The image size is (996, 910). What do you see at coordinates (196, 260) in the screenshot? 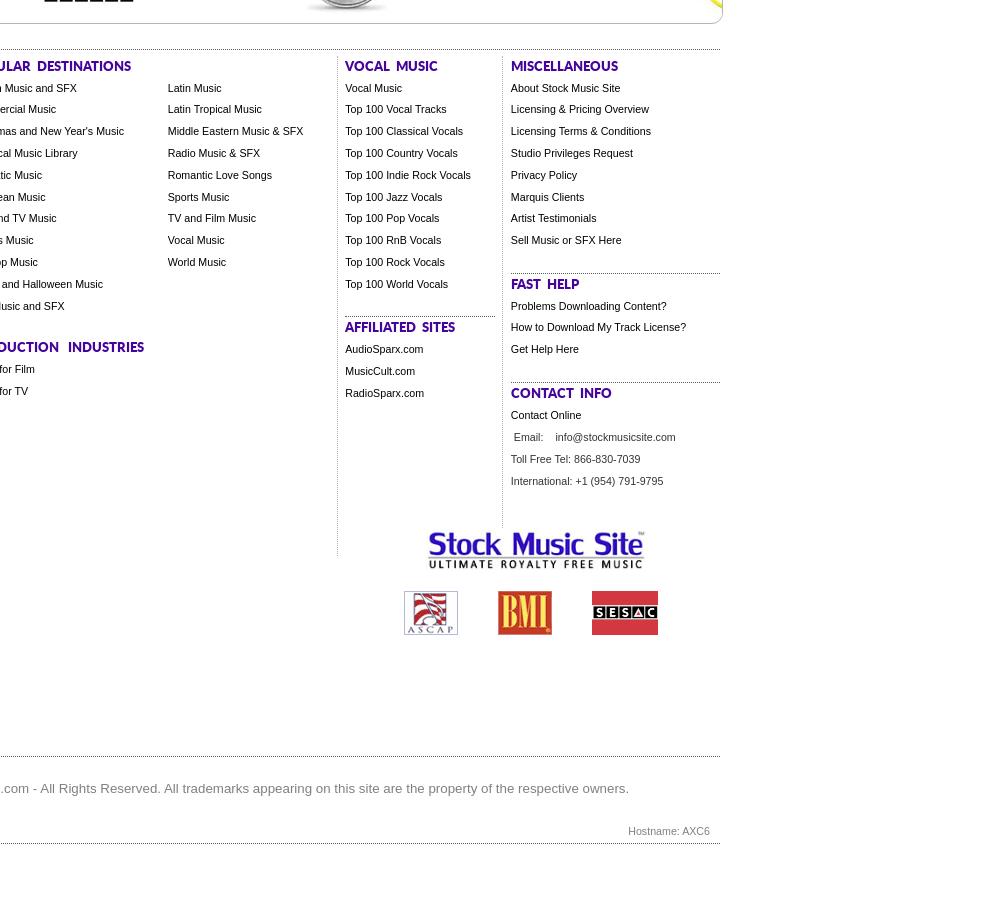
I see `'World Music'` at bounding box center [196, 260].